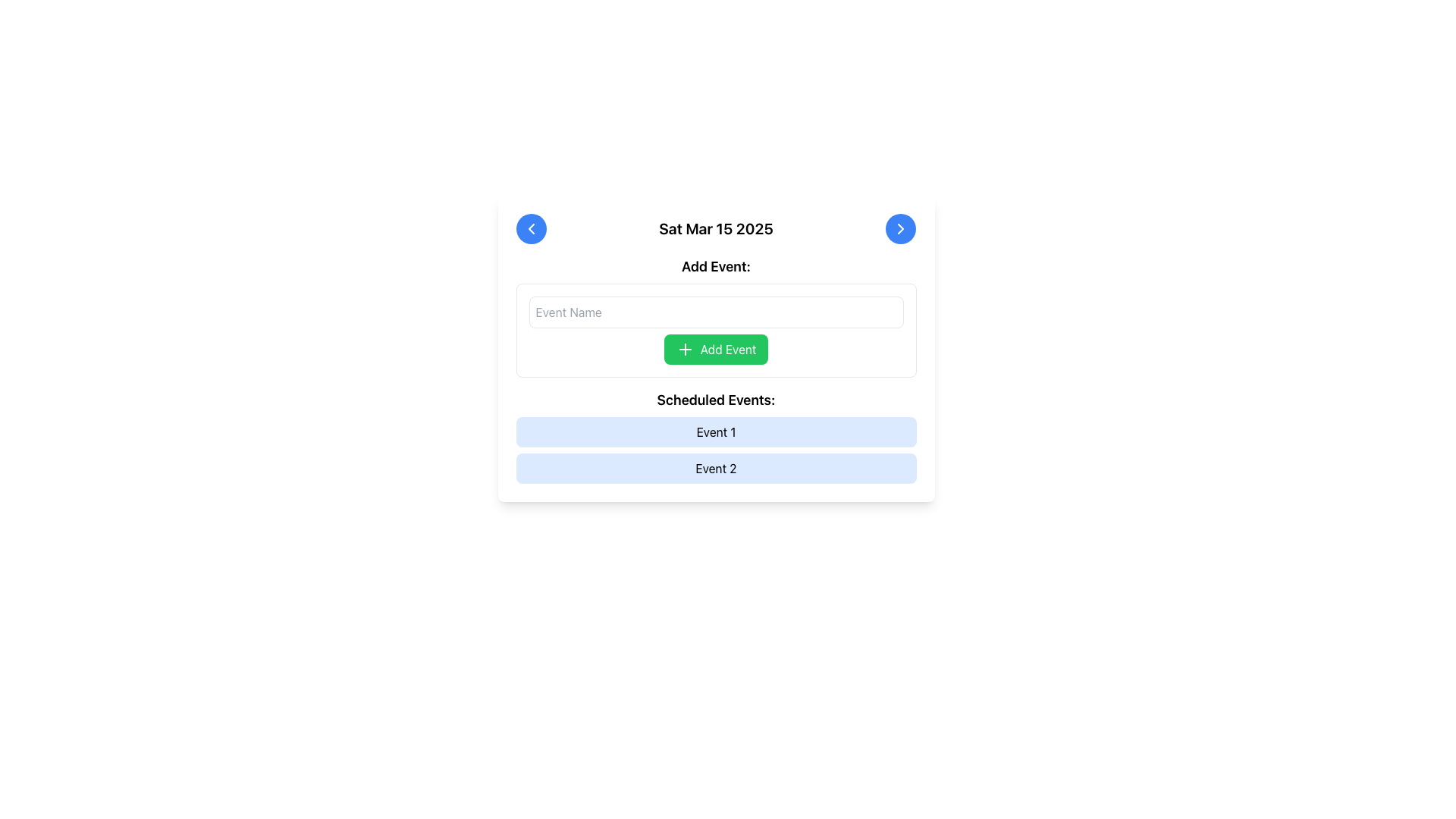  Describe the element at coordinates (715, 467) in the screenshot. I see `the label with the text 'Event 2', which is a rectangular component with rounded corners and a light blue background, located below the 'Scheduled Events:' label` at that location.